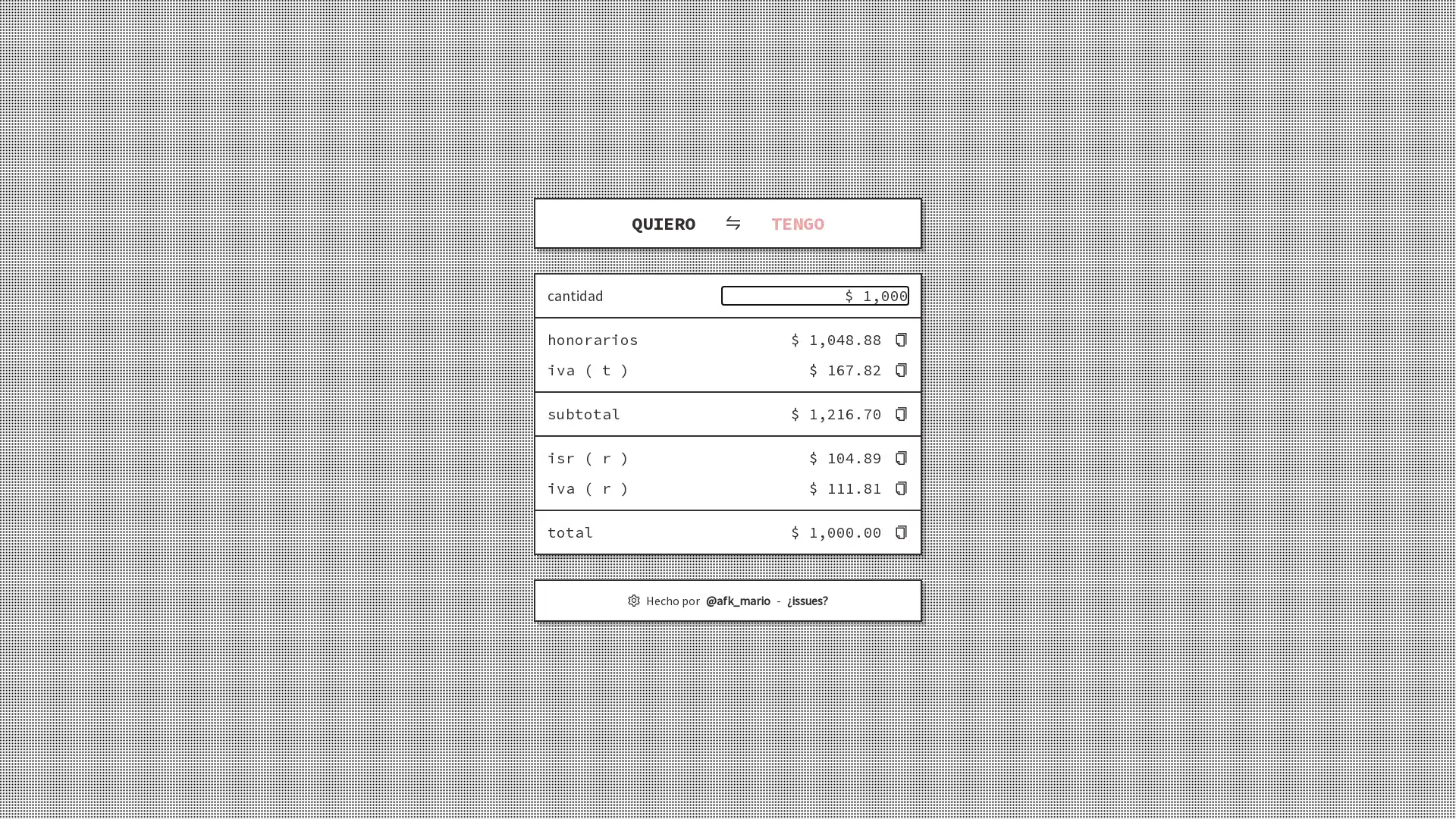 This screenshot has height=819, width=1456. Describe the element at coordinates (728, 338) in the screenshot. I see `honorarios $ 1,048.88` at that location.